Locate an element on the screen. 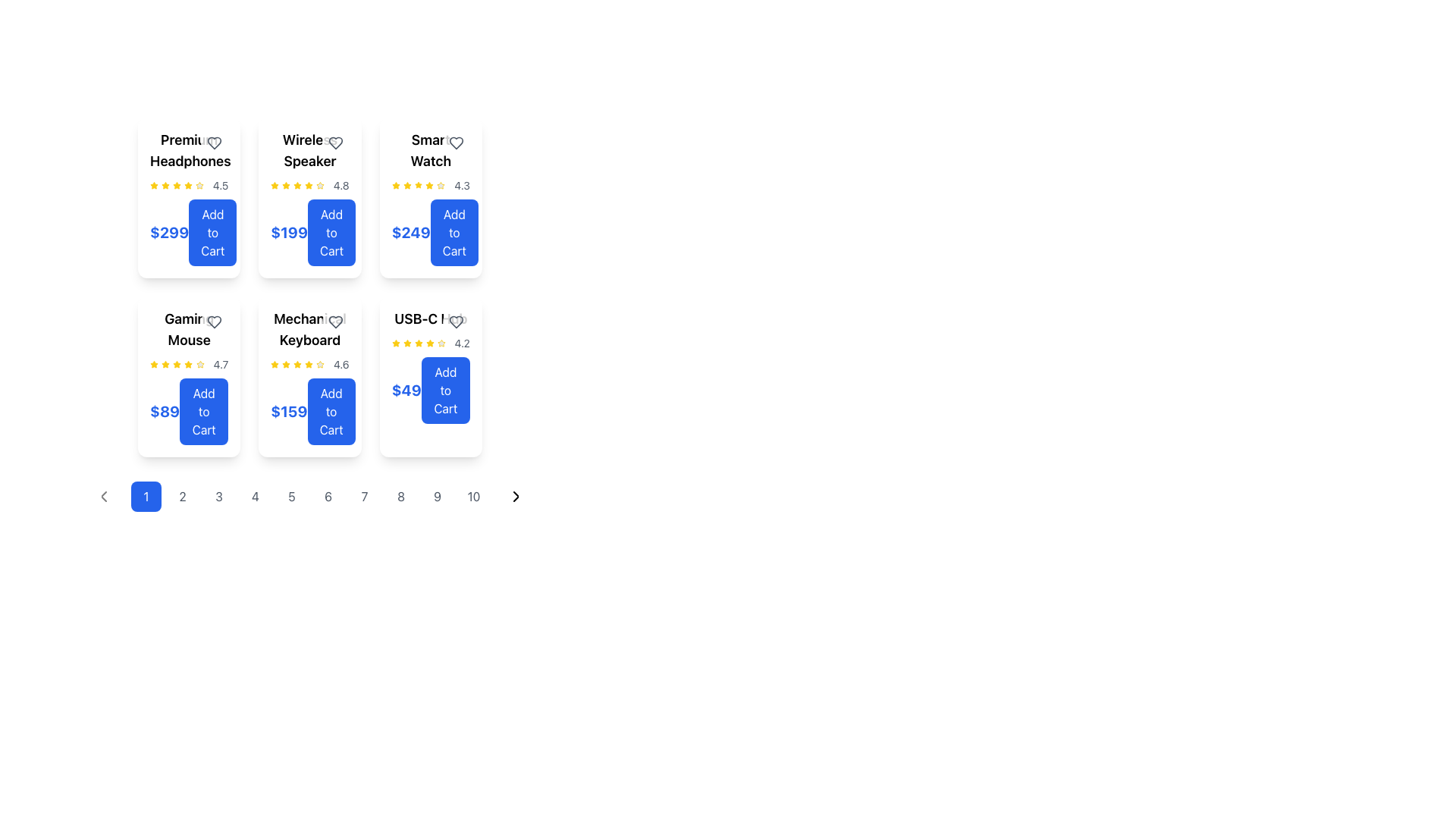 Image resolution: width=1456 pixels, height=819 pixels. the Price tag label displaying '$199', which is styled in bold, large blue font and is located above the 'Add to Cart' button in the second product card of the grid layout is located at coordinates (289, 233).